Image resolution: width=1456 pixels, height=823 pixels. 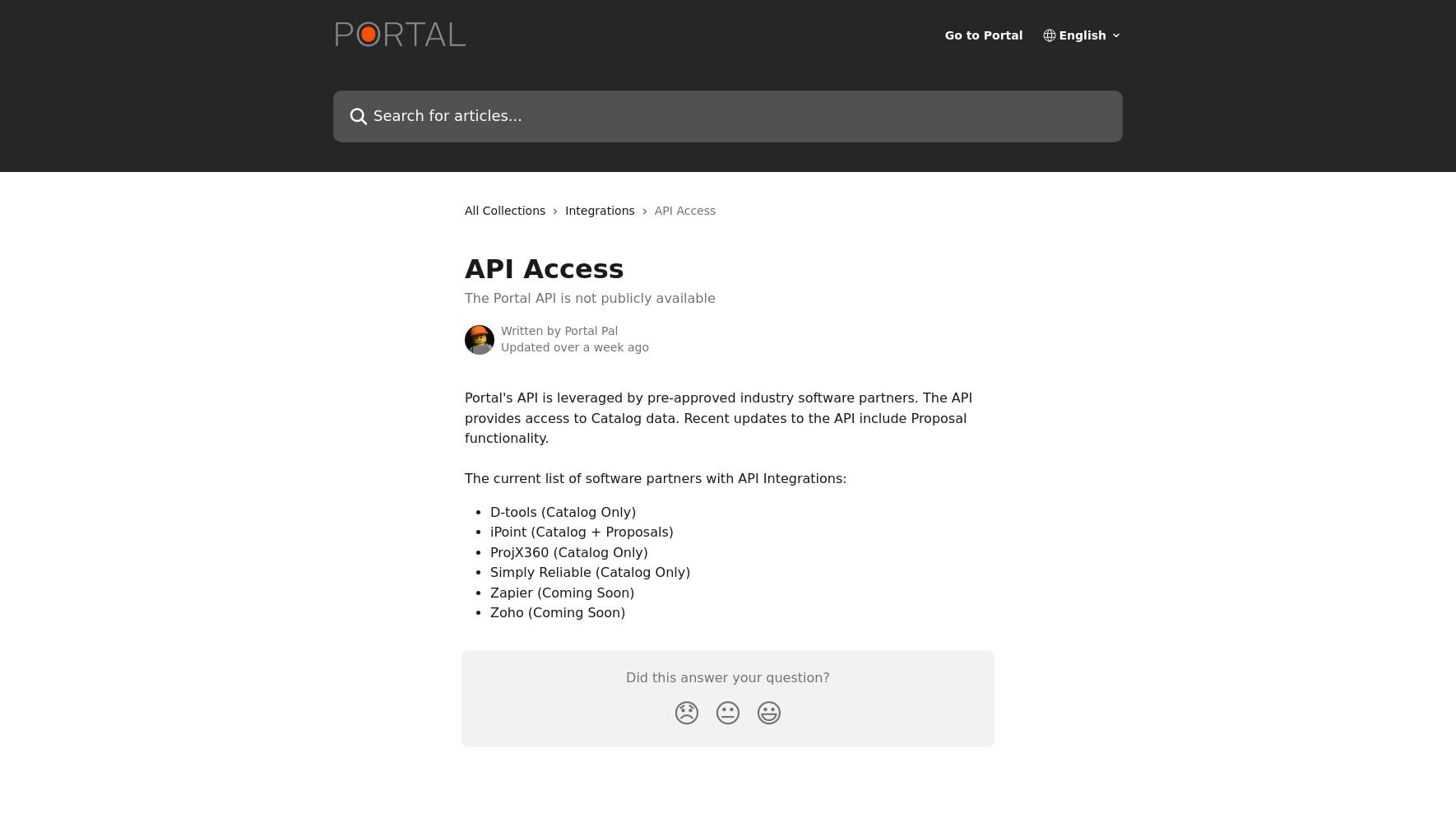 I want to click on 'The Portal API is not publicly available', so click(x=589, y=297).